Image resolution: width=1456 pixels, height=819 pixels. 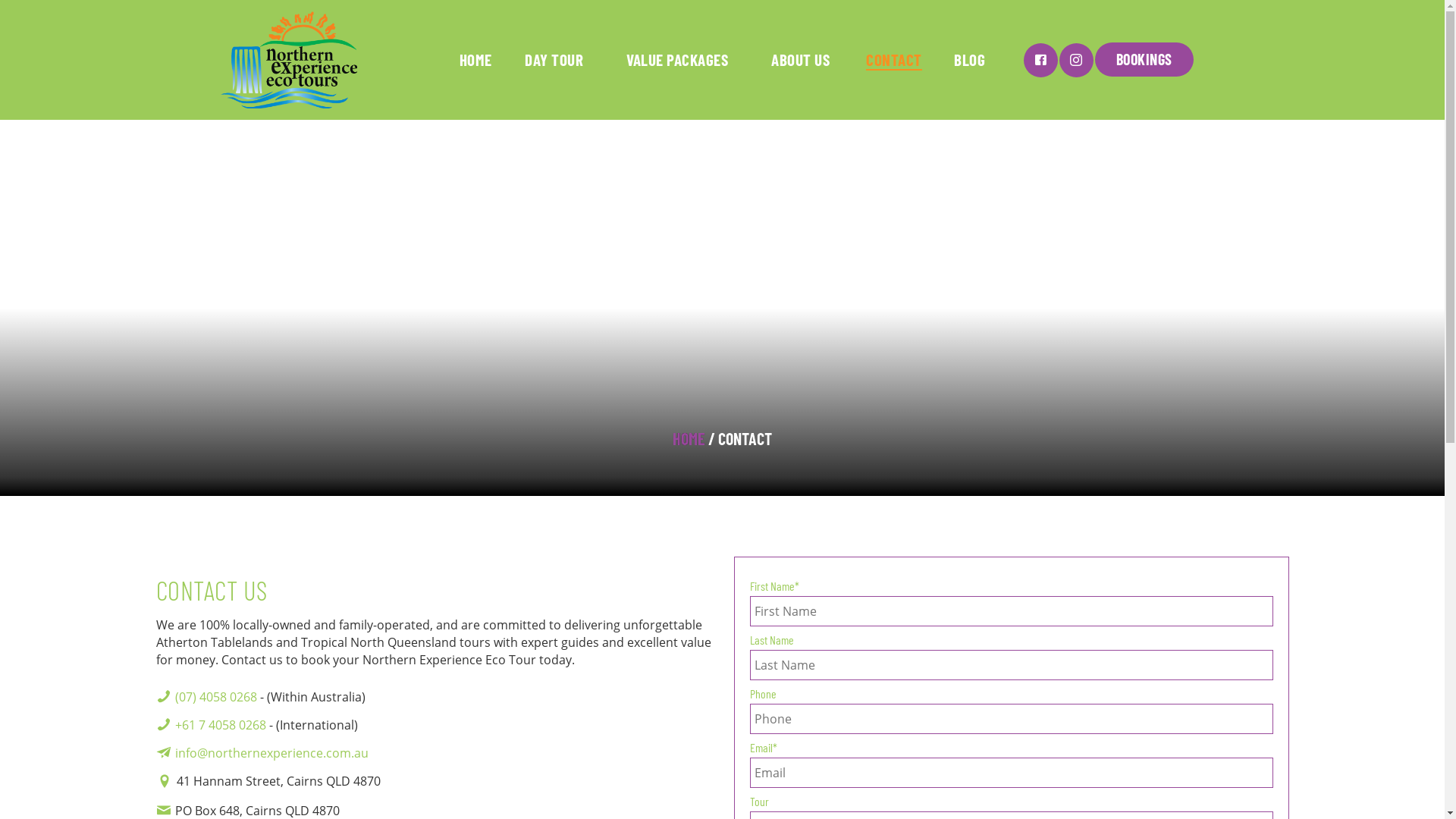 What do you see at coordinates (214, 696) in the screenshot?
I see `'(07) 4058 0268'` at bounding box center [214, 696].